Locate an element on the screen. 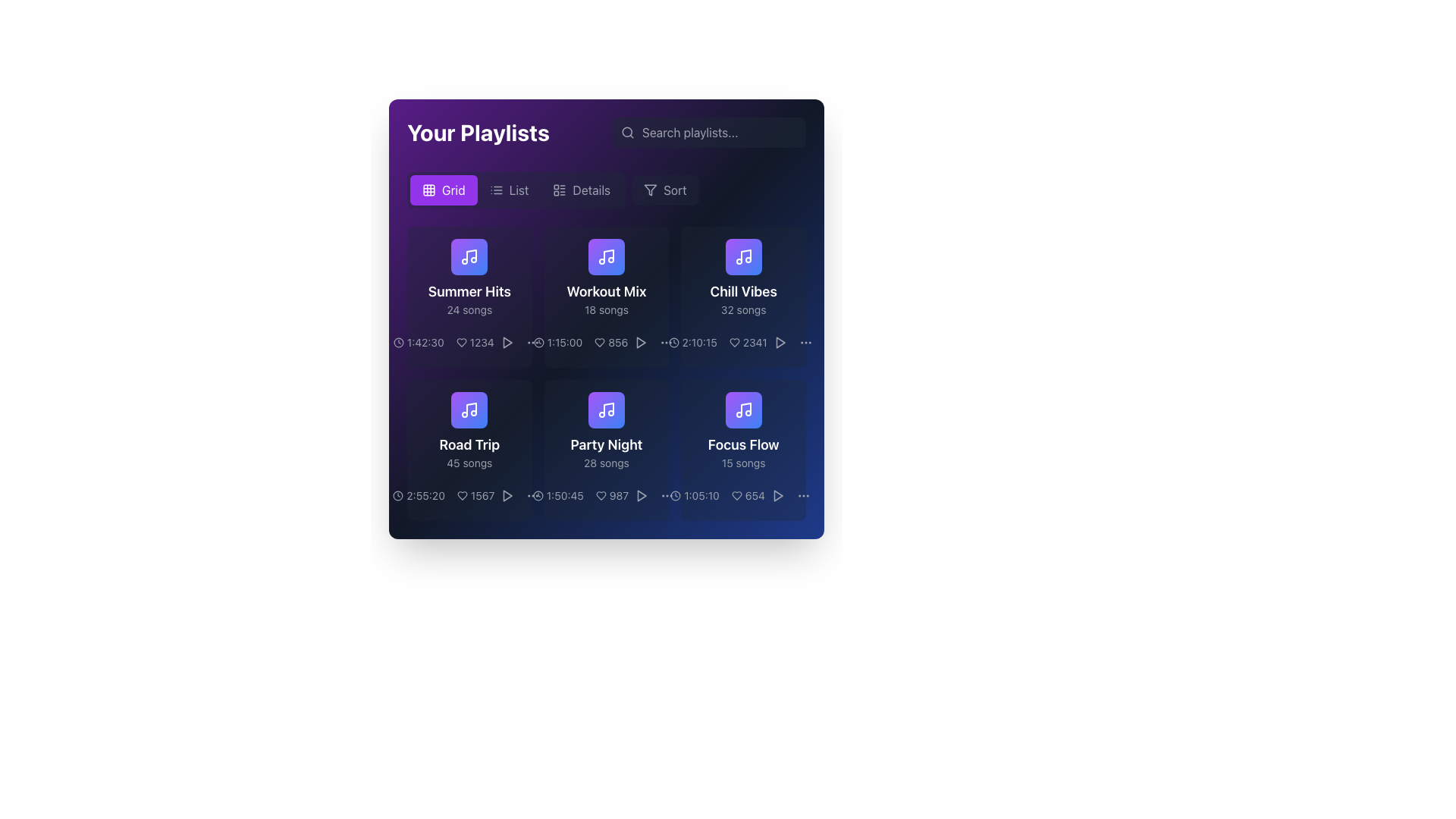 The width and height of the screenshot is (1456, 819). the heart icon indicating the 'like' count for the 'Party Night' playlist, located to the left of the number '987' is located at coordinates (600, 496).